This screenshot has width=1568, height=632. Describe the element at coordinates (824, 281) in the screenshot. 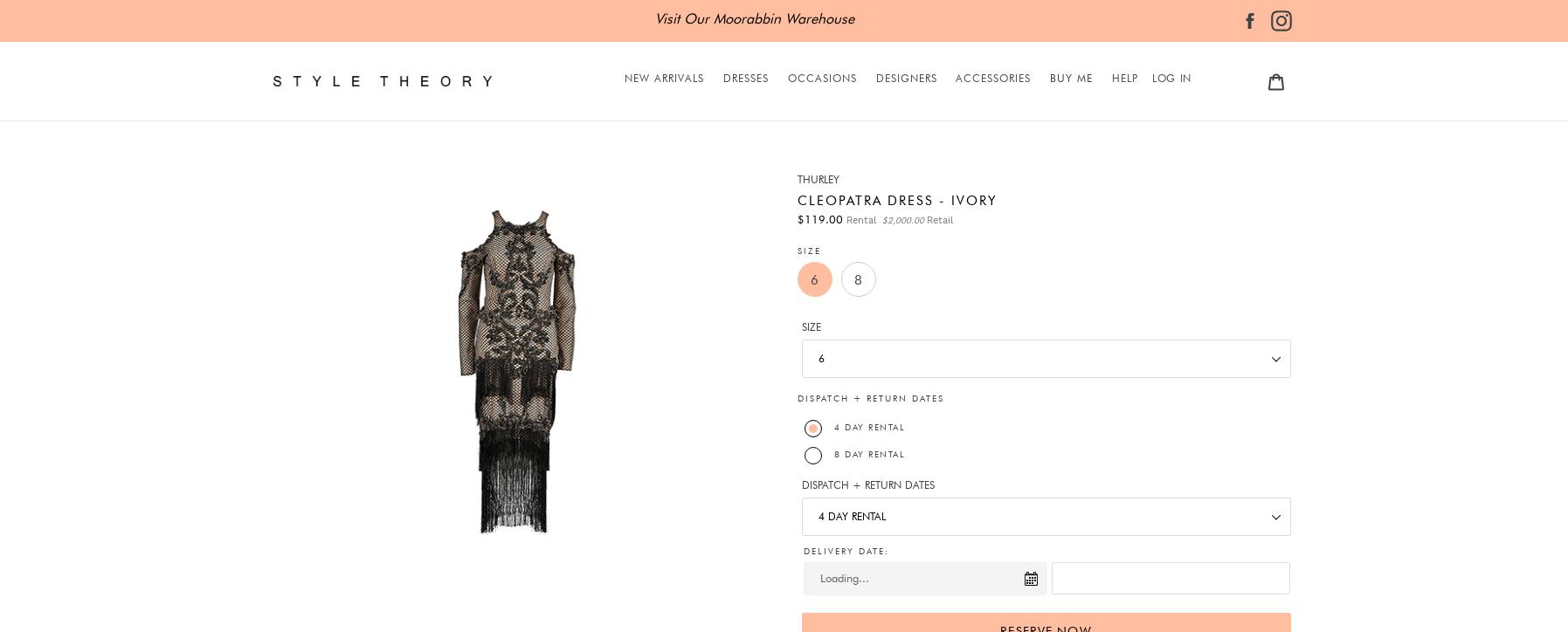

I see `'Wedding Guest'` at that location.